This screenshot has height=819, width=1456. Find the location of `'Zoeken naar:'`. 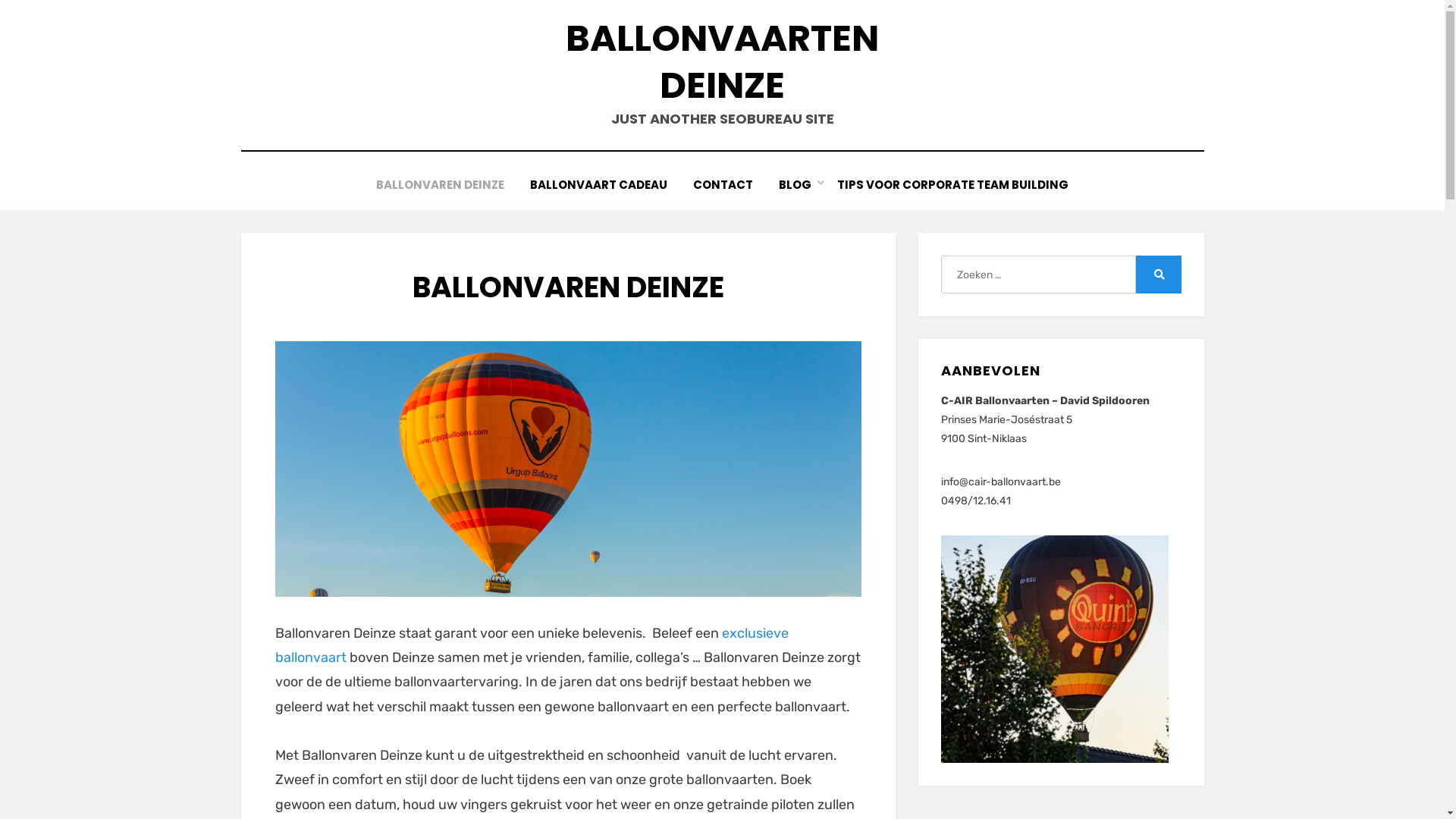

'Zoeken naar:' is located at coordinates (1037, 275).